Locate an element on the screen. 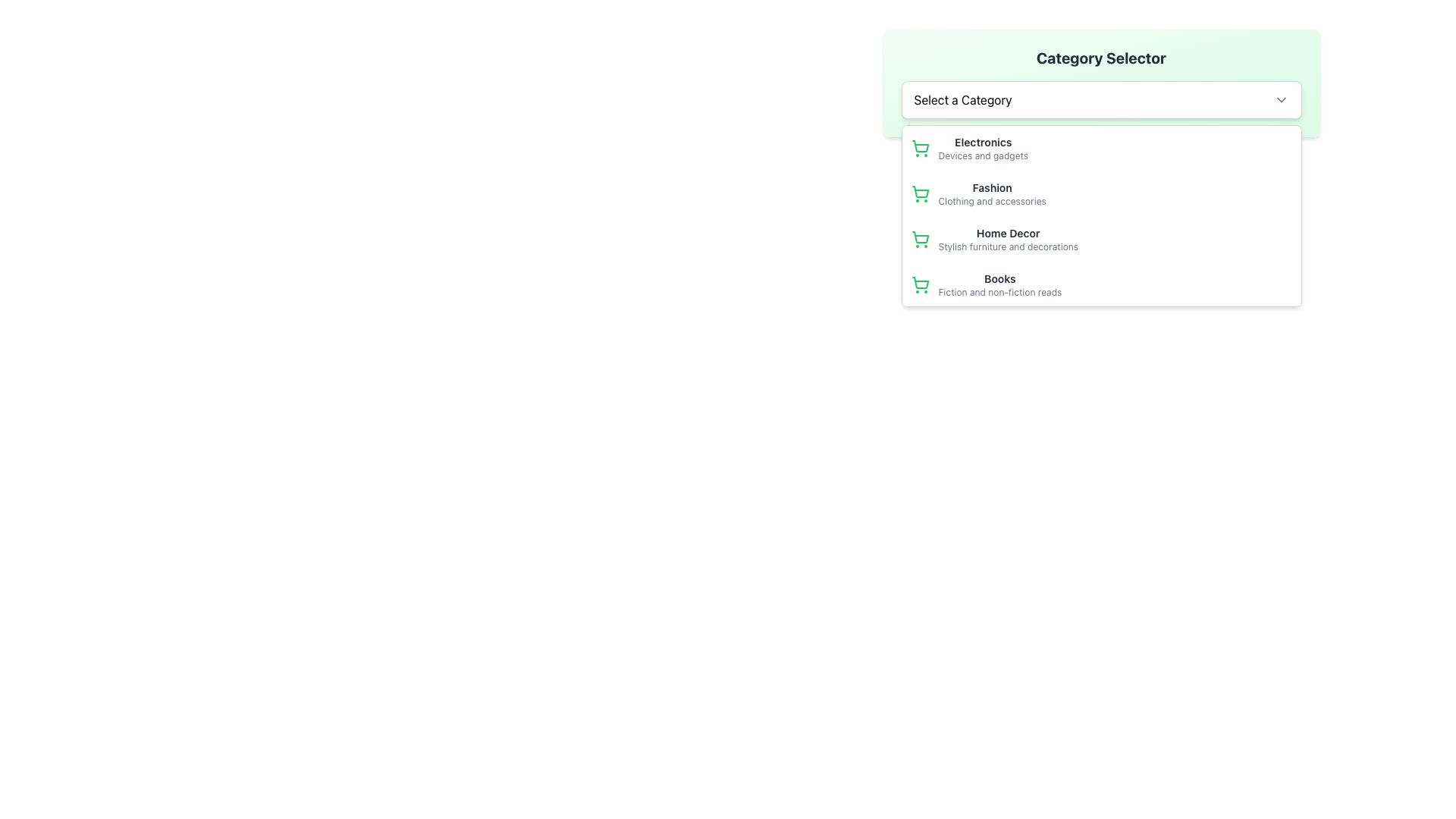 Image resolution: width=1456 pixels, height=819 pixels. the 'Electronics' category icon located in the dropdown list under 'Select a Category' is located at coordinates (919, 149).